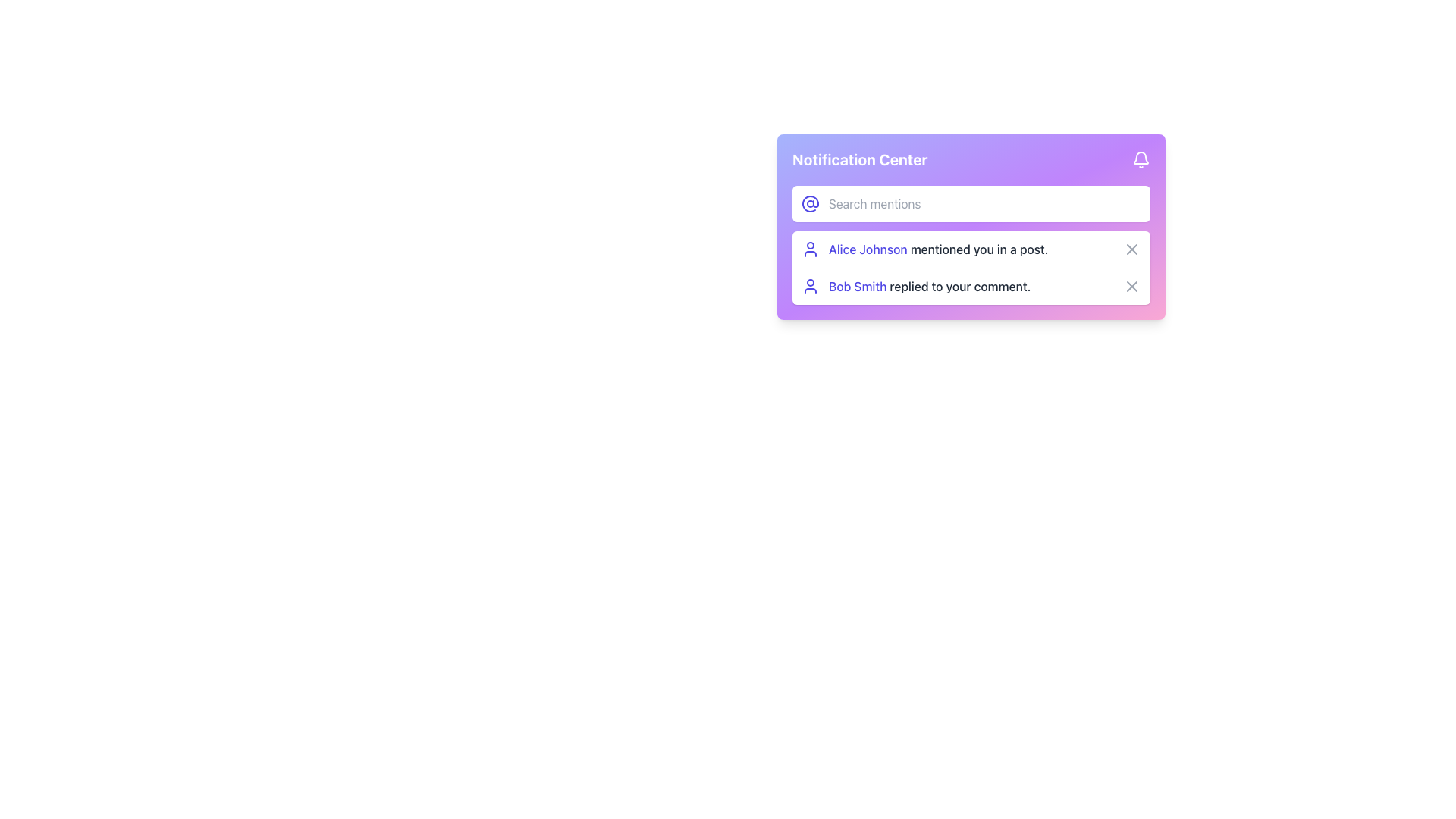 The image size is (1456, 819). Describe the element at coordinates (858, 287) in the screenshot. I see `text element displaying 'Bob Smith' in indigo color, which is the first part of the notification 'Bob Smith replied to your comment.' located in the second row of the Notification Center` at that location.